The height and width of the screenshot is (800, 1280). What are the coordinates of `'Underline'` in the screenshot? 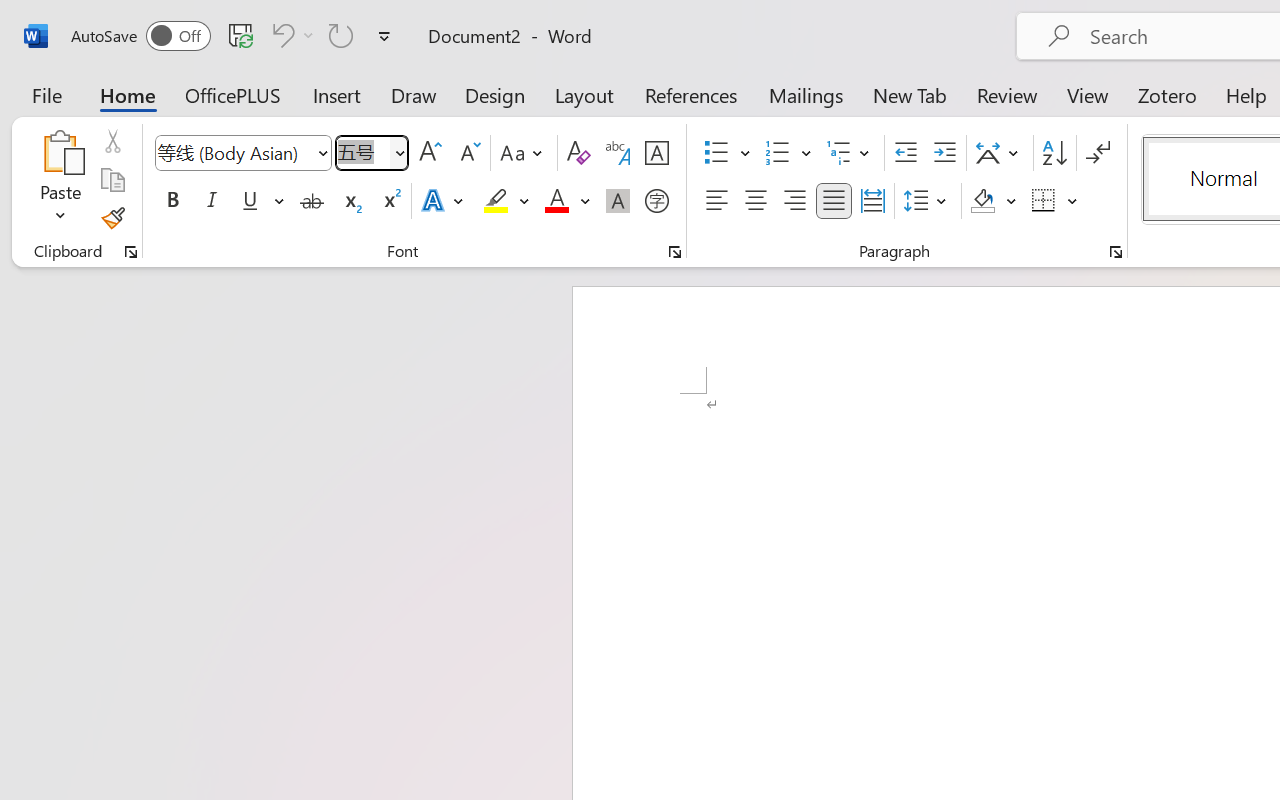 It's located at (249, 201).